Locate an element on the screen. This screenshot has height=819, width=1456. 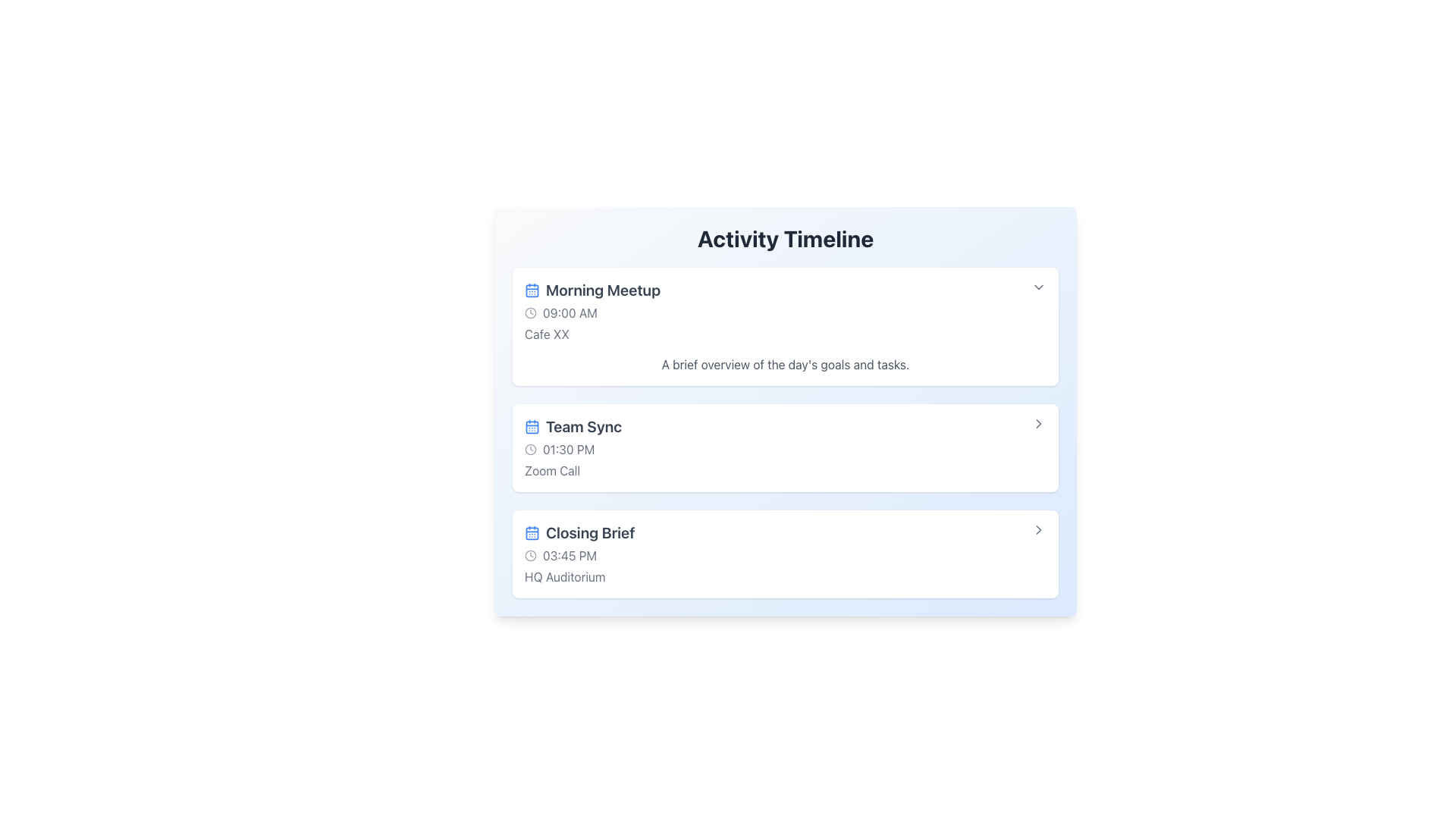
the text label with icon that provides the title of a scheduled event in the timeline, located directly under the 'Team Sync' event is located at coordinates (579, 532).